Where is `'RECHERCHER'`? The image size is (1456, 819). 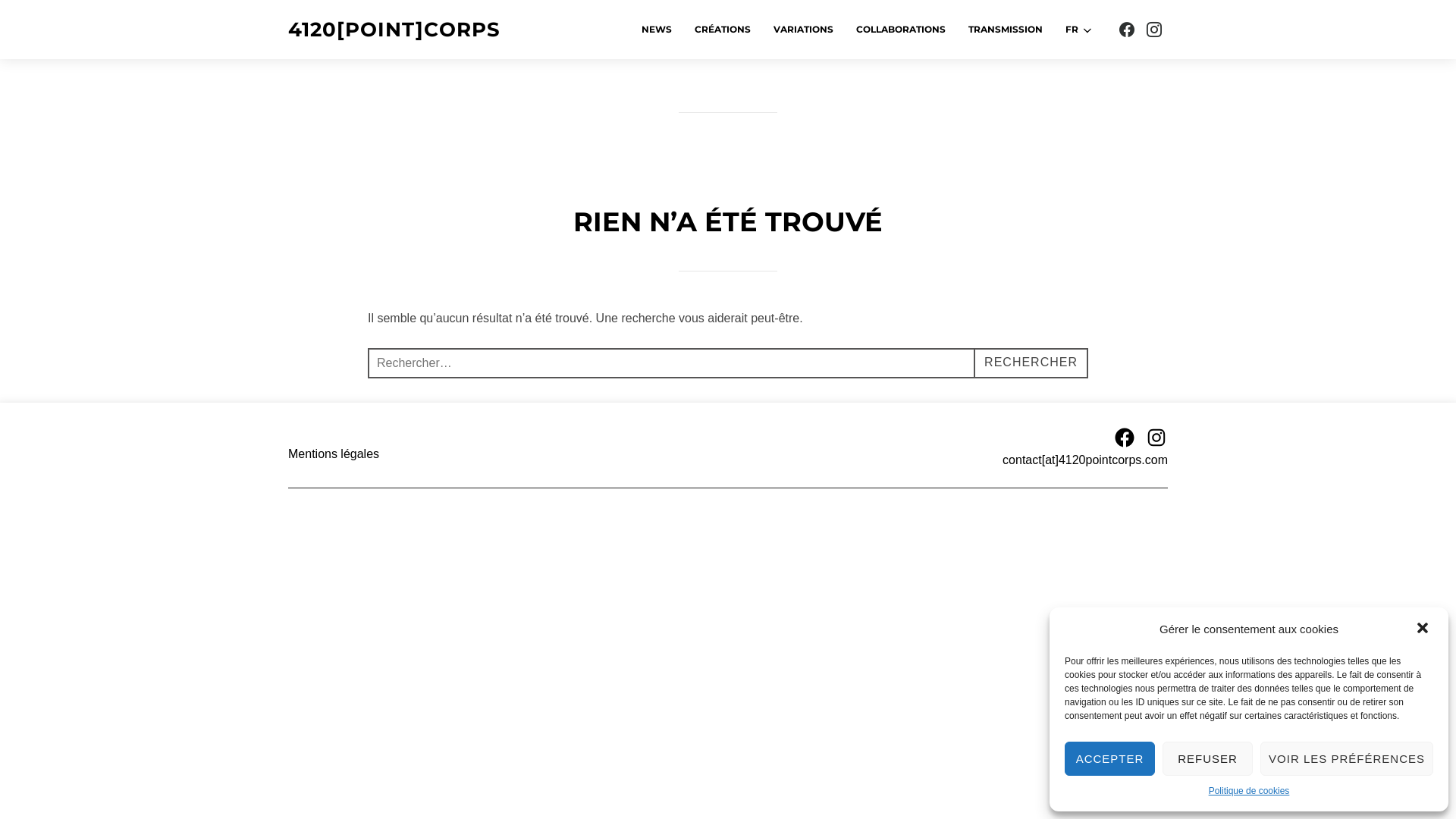
'RECHERCHER' is located at coordinates (1031, 362).